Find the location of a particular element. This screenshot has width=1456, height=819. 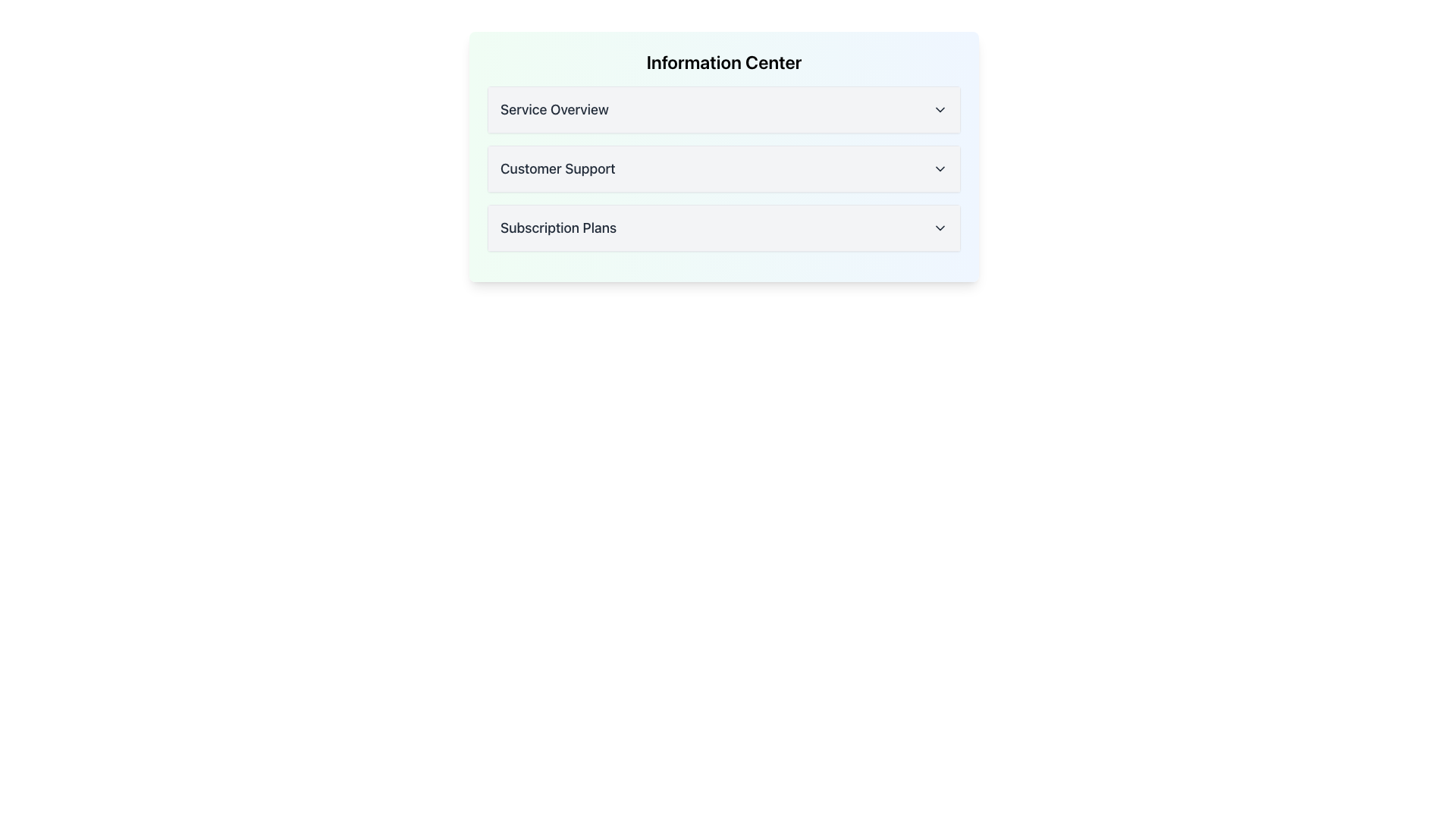

the downward-pointing chevron icon located at the far right inside the 'Service Overview' button is located at coordinates (939, 109).